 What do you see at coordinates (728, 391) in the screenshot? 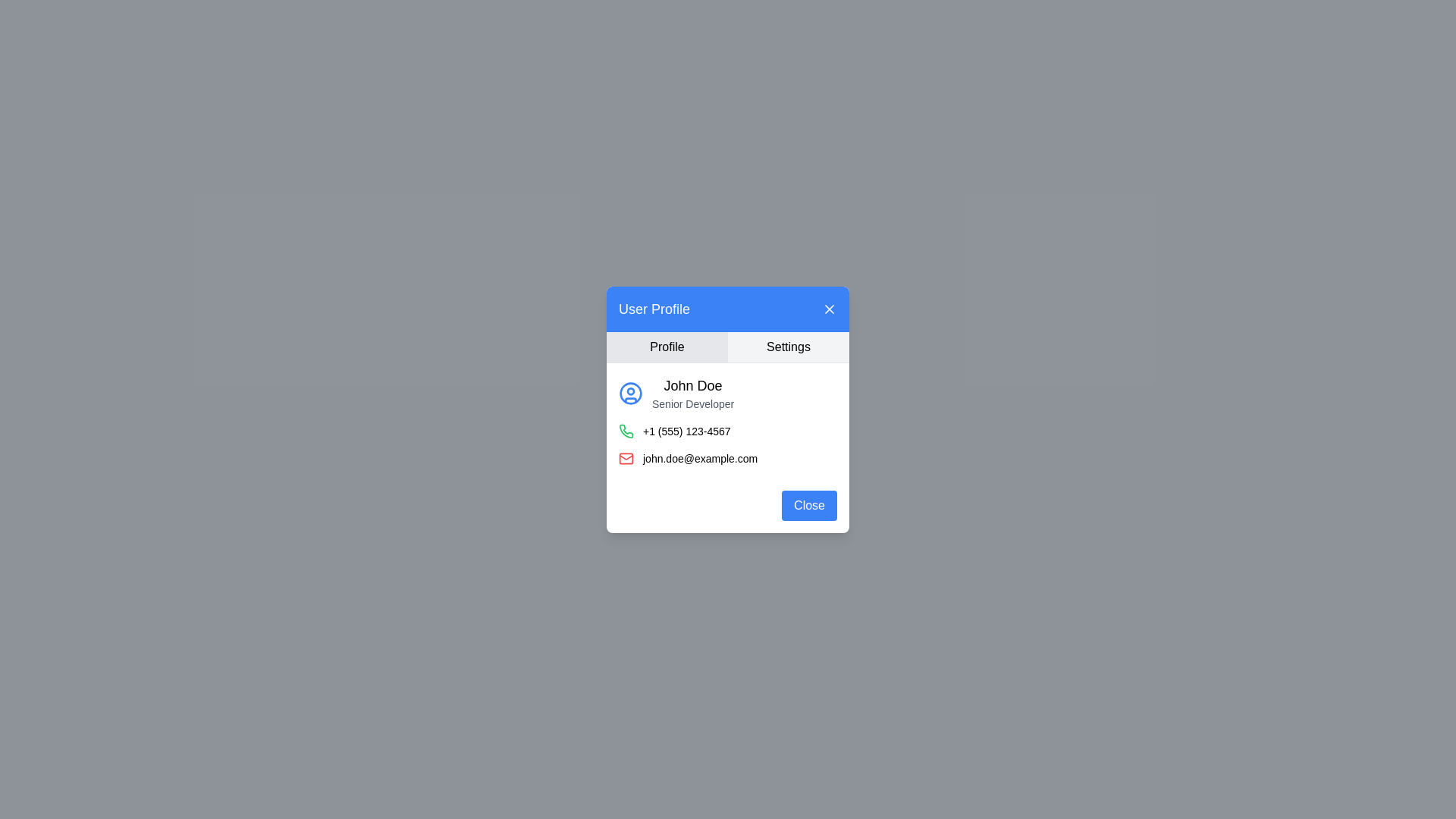
I see `the profile identification element that displays the user's name and role, located at the top section of the profile information card` at bounding box center [728, 391].